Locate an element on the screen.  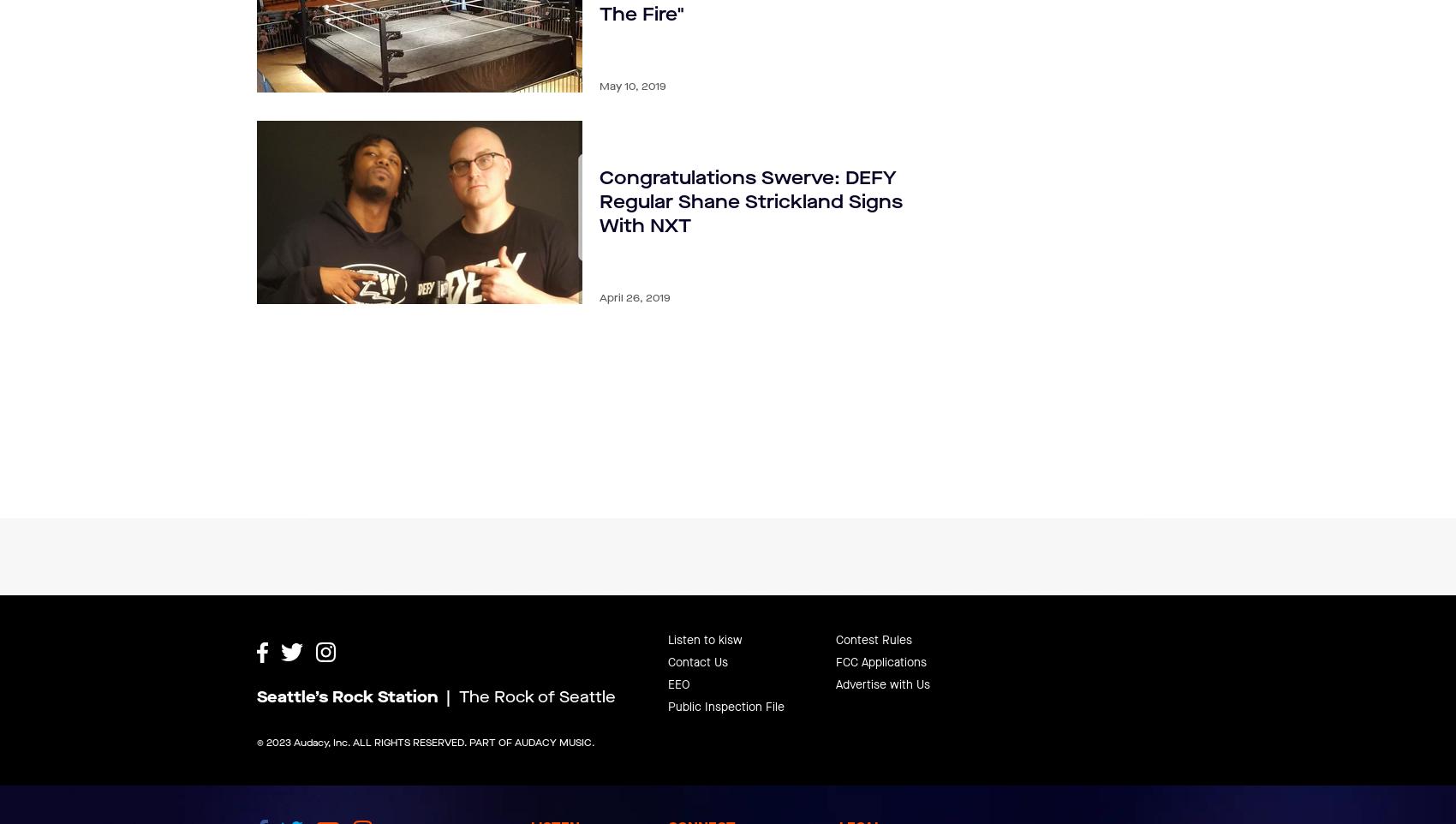
'EEO' is located at coordinates (678, 642).